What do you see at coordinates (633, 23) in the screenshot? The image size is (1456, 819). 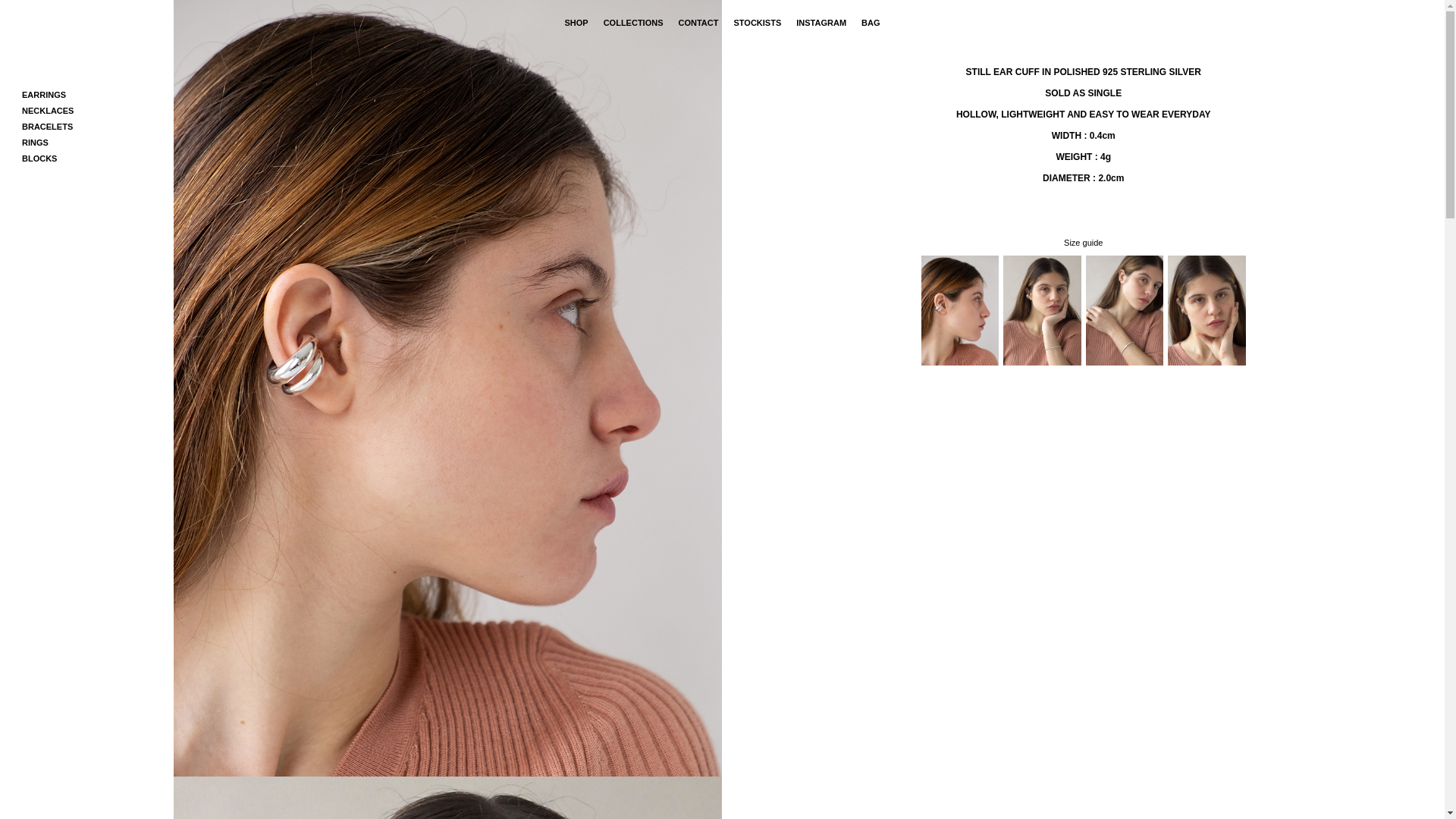 I see `'COLLECTIONS'` at bounding box center [633, 23].